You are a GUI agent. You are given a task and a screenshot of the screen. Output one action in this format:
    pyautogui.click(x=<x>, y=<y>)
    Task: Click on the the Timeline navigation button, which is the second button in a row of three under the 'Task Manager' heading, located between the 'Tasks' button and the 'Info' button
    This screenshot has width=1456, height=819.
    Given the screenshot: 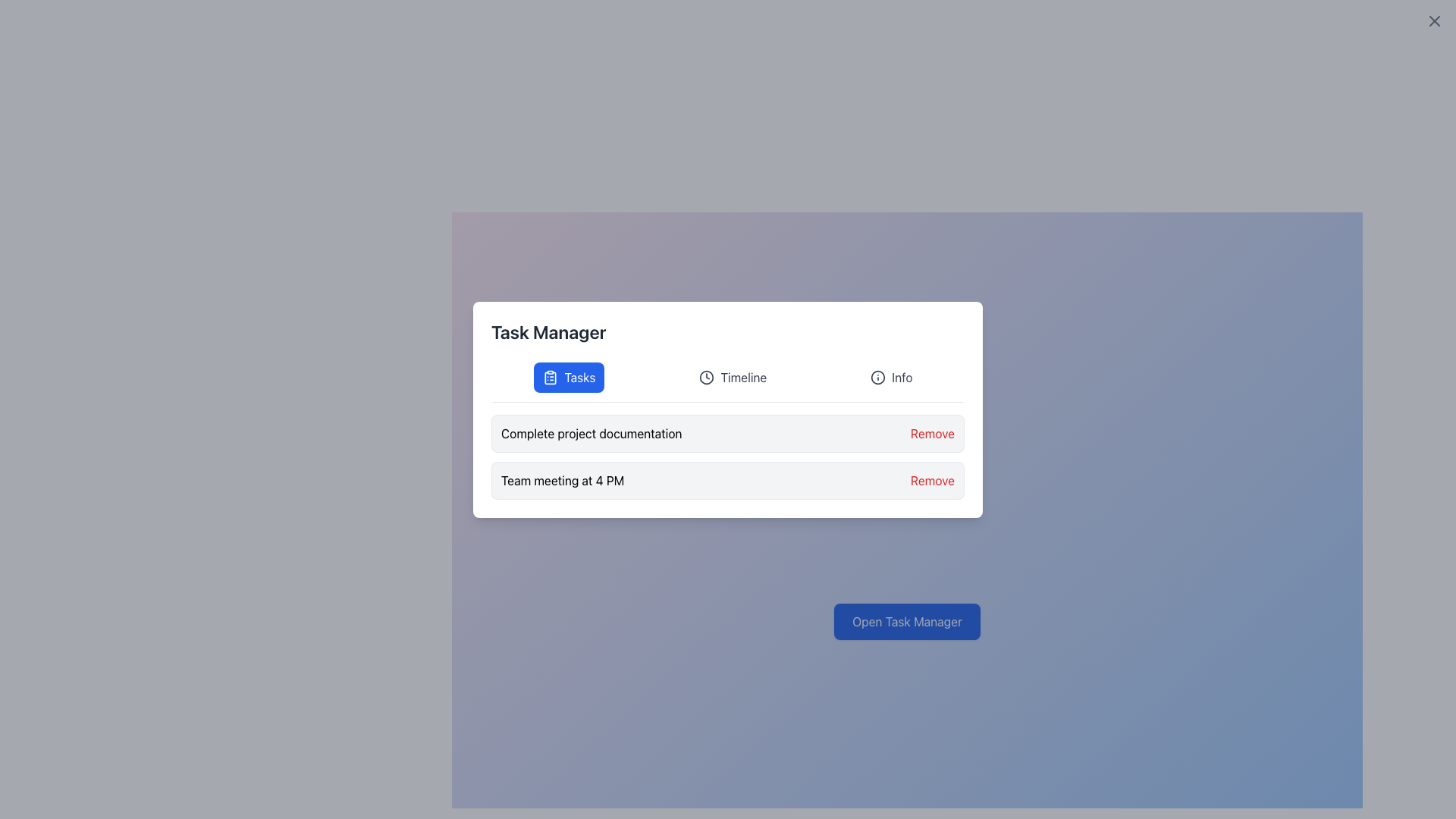 What is the action you would take?
    pyautogui.click(x=733, y=376)
    